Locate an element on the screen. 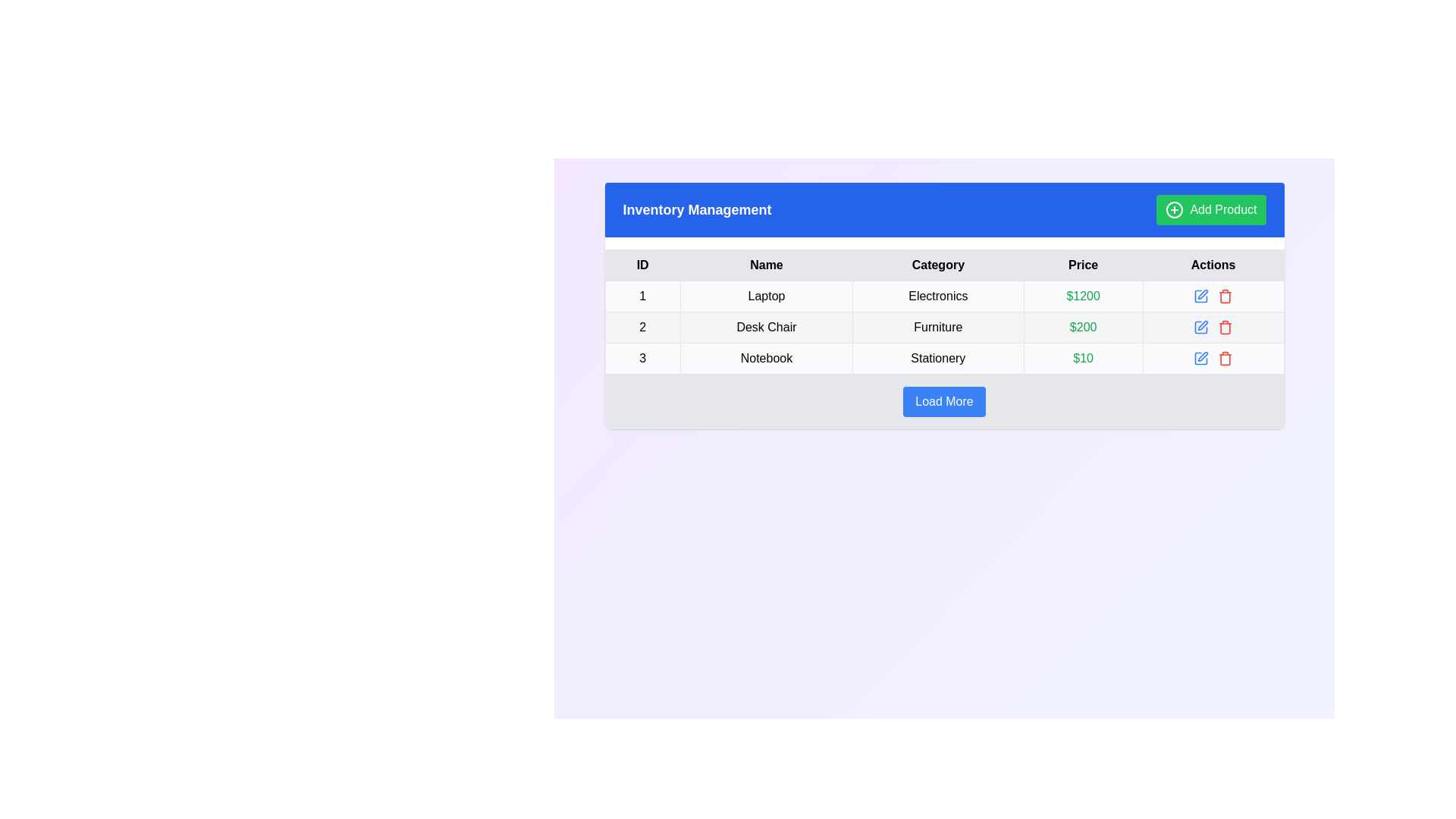 The height and width of the screenshot is (819, 1456). the third row in the Inventory Management table that contains the product entry for Notebook, with ID 3, category Stationery, and price $10 is located at coordinates (943, 359).